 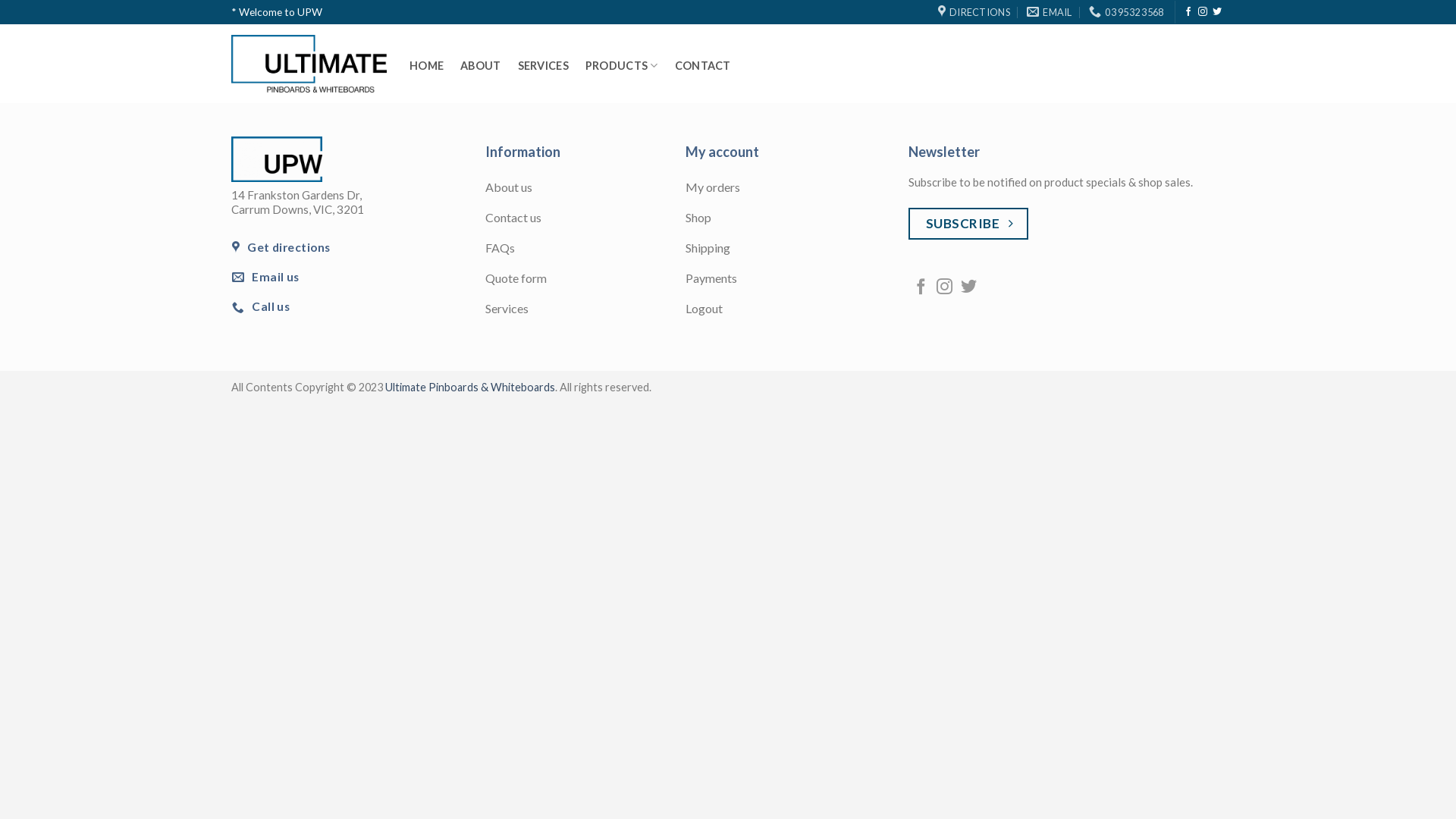 I want to click on 'SUBSCRIBE', so click(x=967, y=224).